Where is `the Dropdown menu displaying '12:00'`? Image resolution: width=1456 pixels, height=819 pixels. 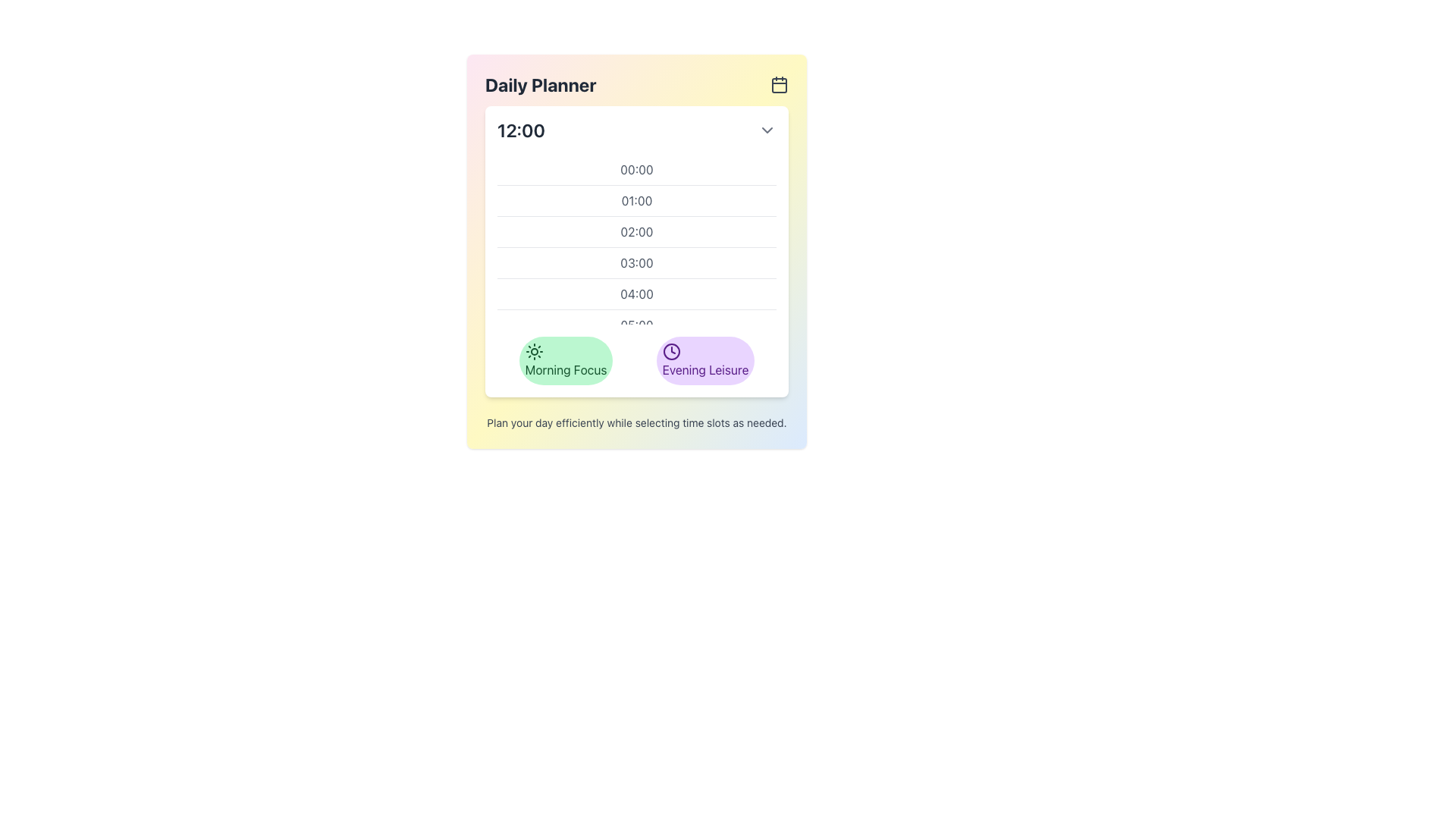
the Dropdown menu displaying '12:00' is located at coordinates (637, 130).